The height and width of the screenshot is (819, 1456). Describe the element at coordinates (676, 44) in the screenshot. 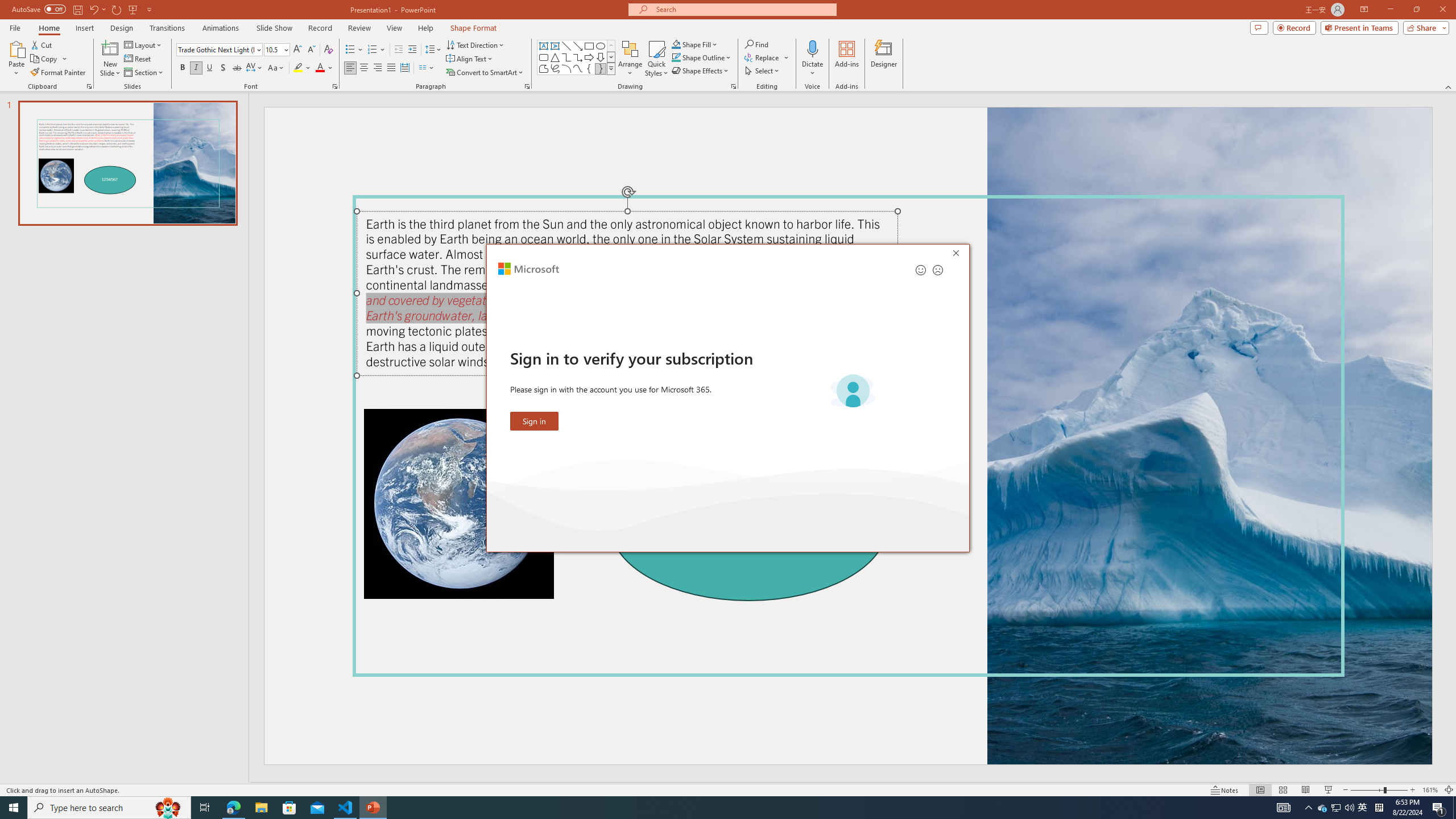

I see `'Shape Fill Aqua, Accent 2'` at that location.